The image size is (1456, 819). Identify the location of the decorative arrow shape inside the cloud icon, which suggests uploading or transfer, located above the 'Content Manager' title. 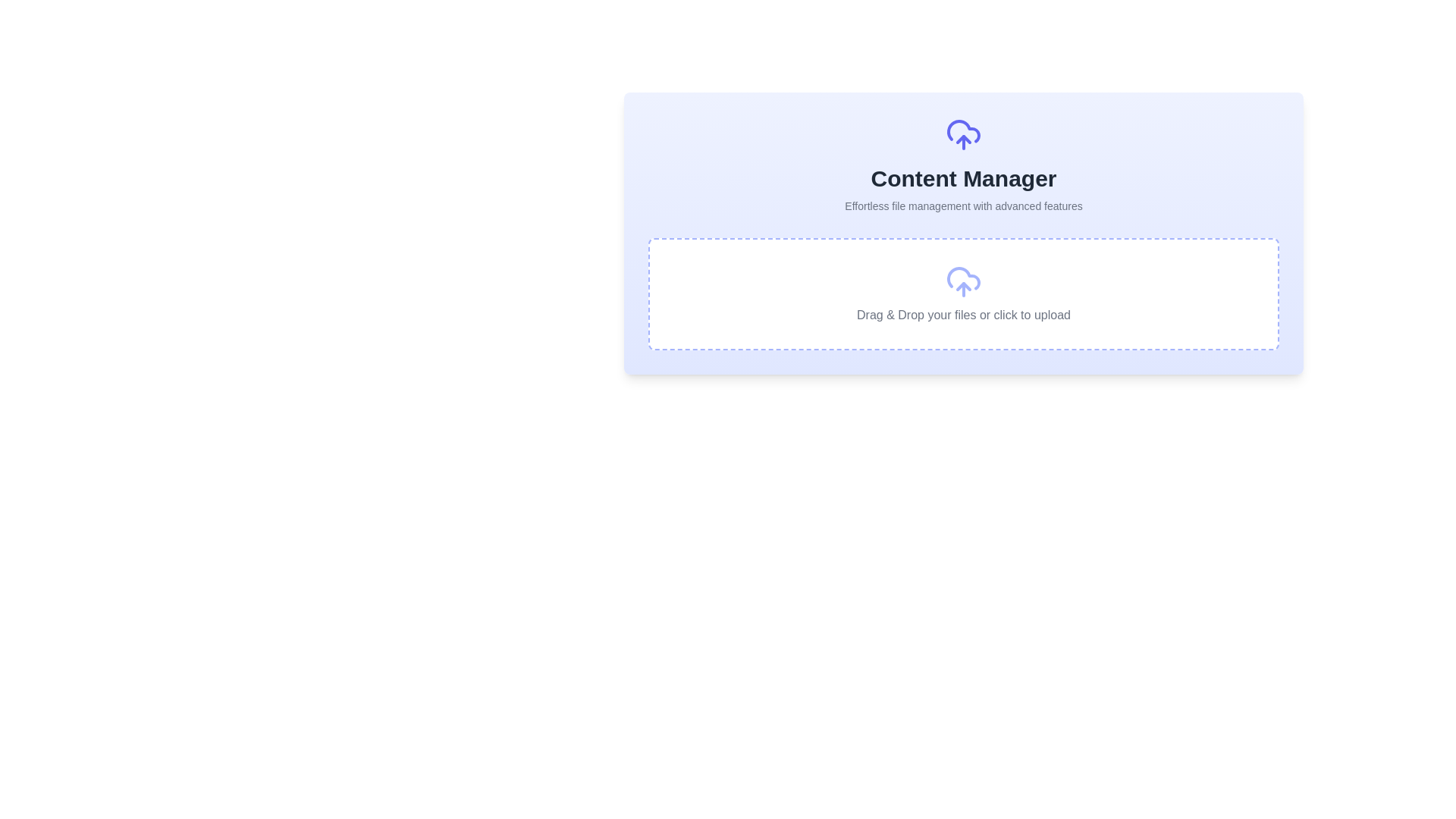
(963, 140).